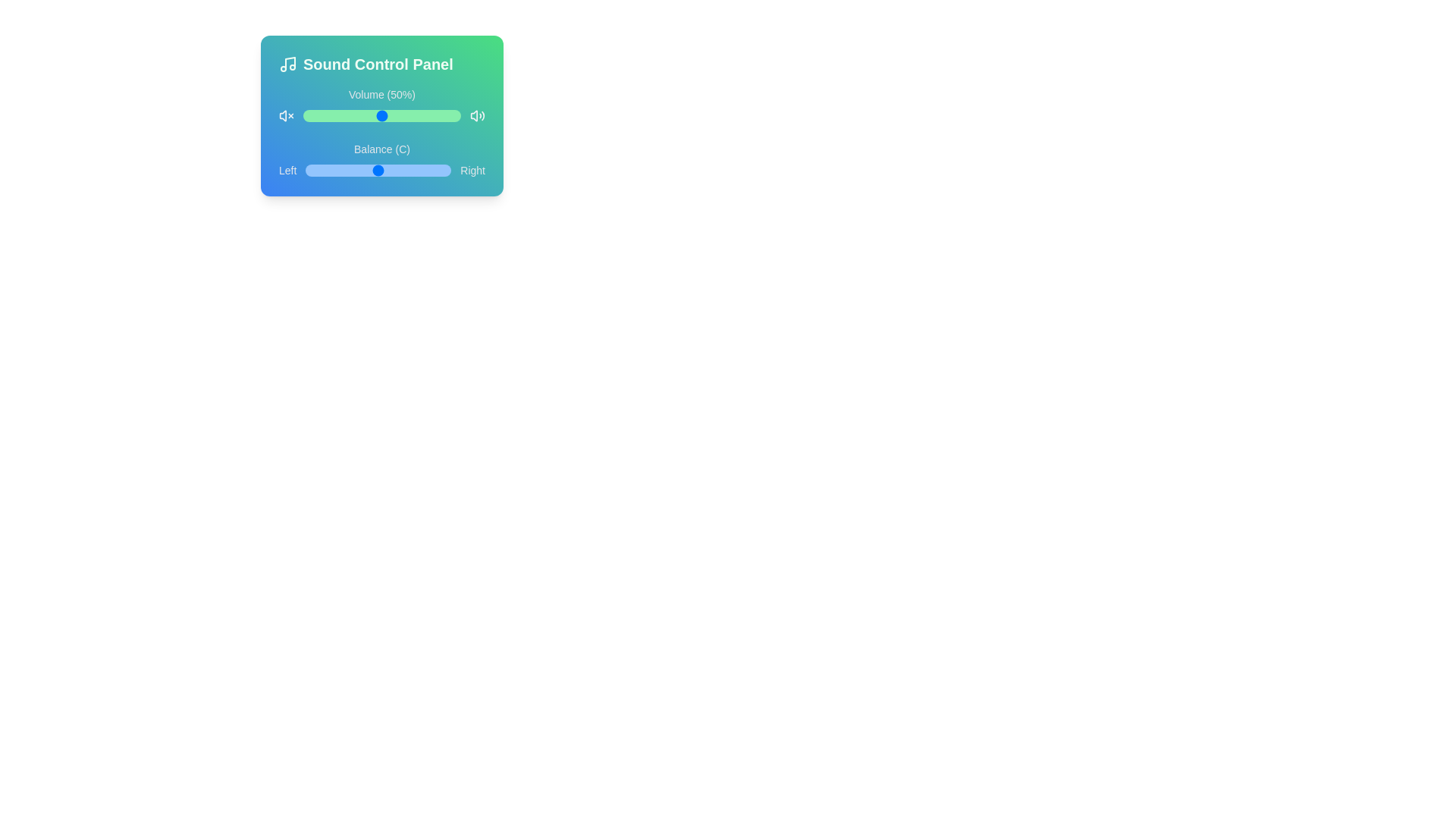  I want to click on the speaker icon button located to the left of the 'Volume (50%)' slider, so click(283, 115).